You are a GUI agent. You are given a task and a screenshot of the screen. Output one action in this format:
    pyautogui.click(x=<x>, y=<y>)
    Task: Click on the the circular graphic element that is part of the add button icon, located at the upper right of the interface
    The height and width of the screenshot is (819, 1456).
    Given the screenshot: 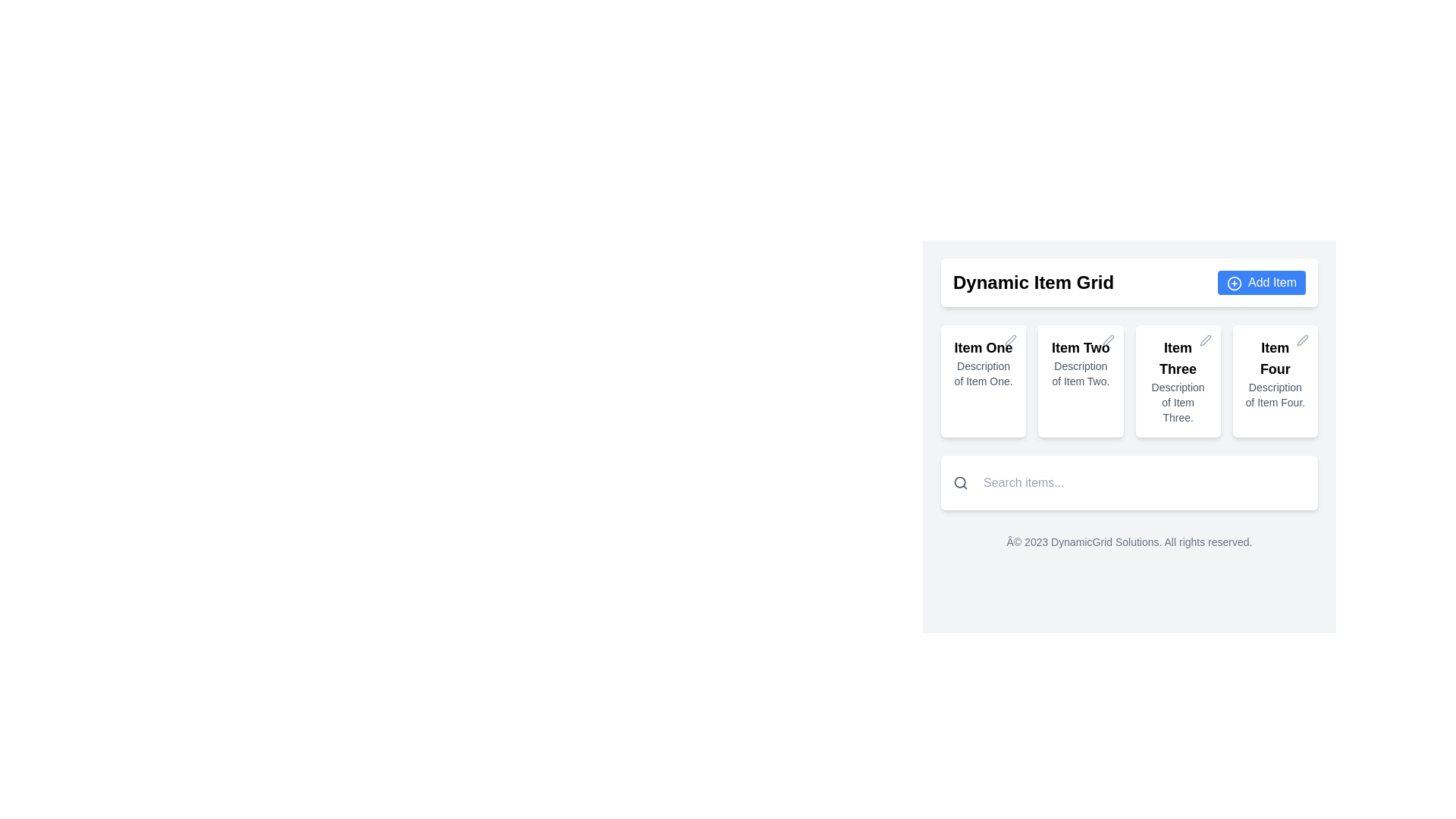 What is the action you would take?
    pyautogui.click(x=1234, y=283)
    